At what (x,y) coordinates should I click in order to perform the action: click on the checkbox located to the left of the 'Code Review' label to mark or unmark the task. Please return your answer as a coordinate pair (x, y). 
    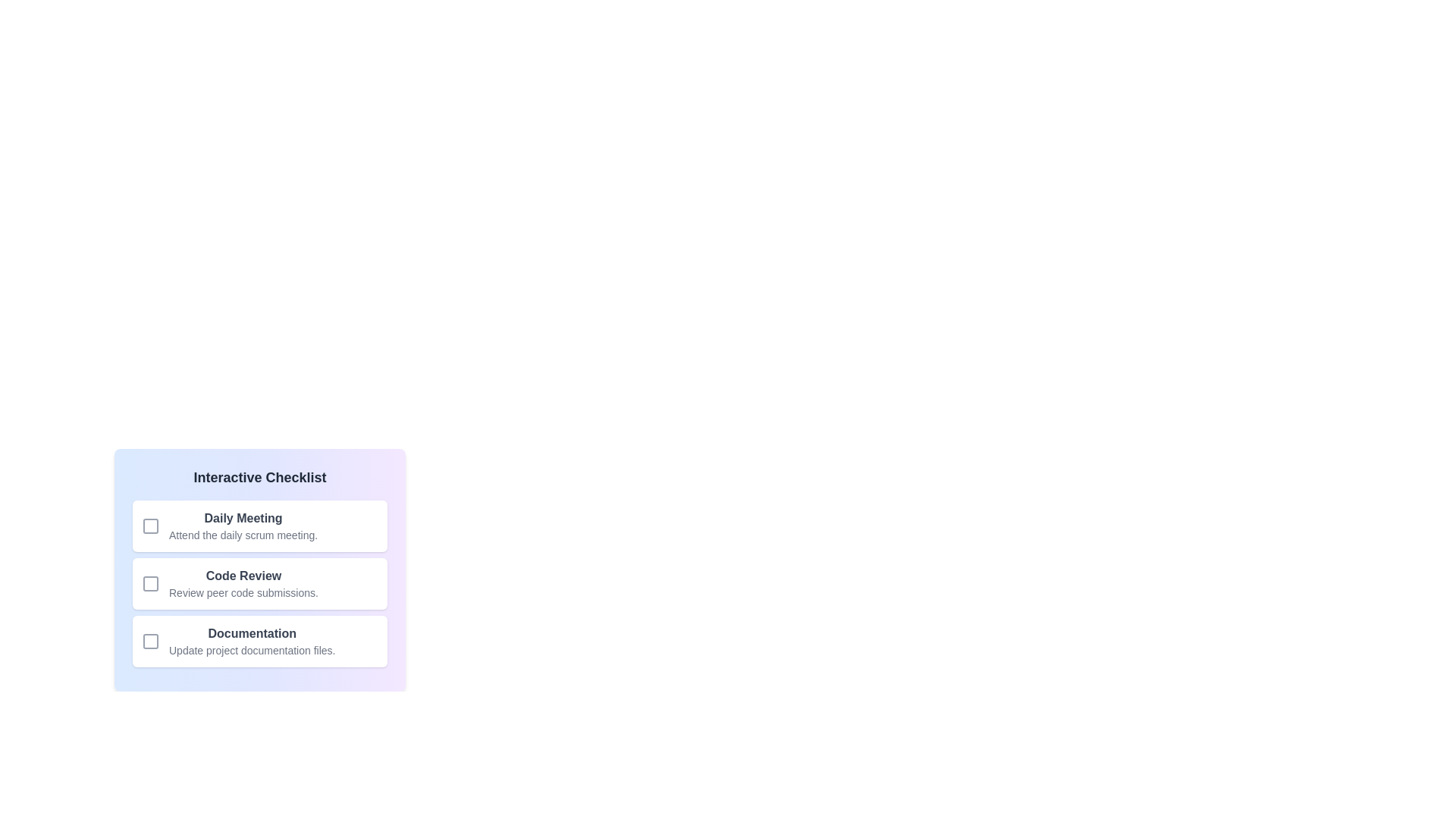
    Looking at the image, I should click on (150, 583).